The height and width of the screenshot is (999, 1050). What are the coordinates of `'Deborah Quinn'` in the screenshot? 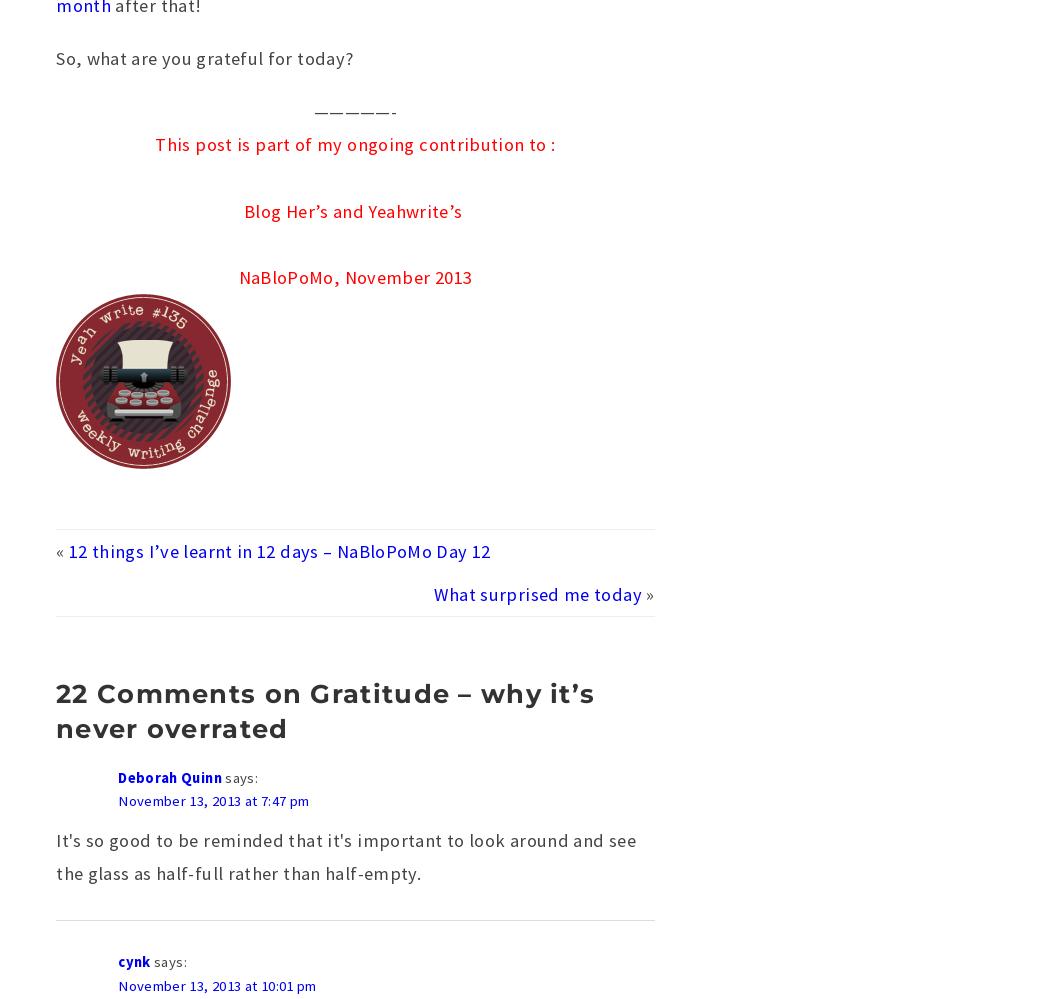 It's located at (169, 777).